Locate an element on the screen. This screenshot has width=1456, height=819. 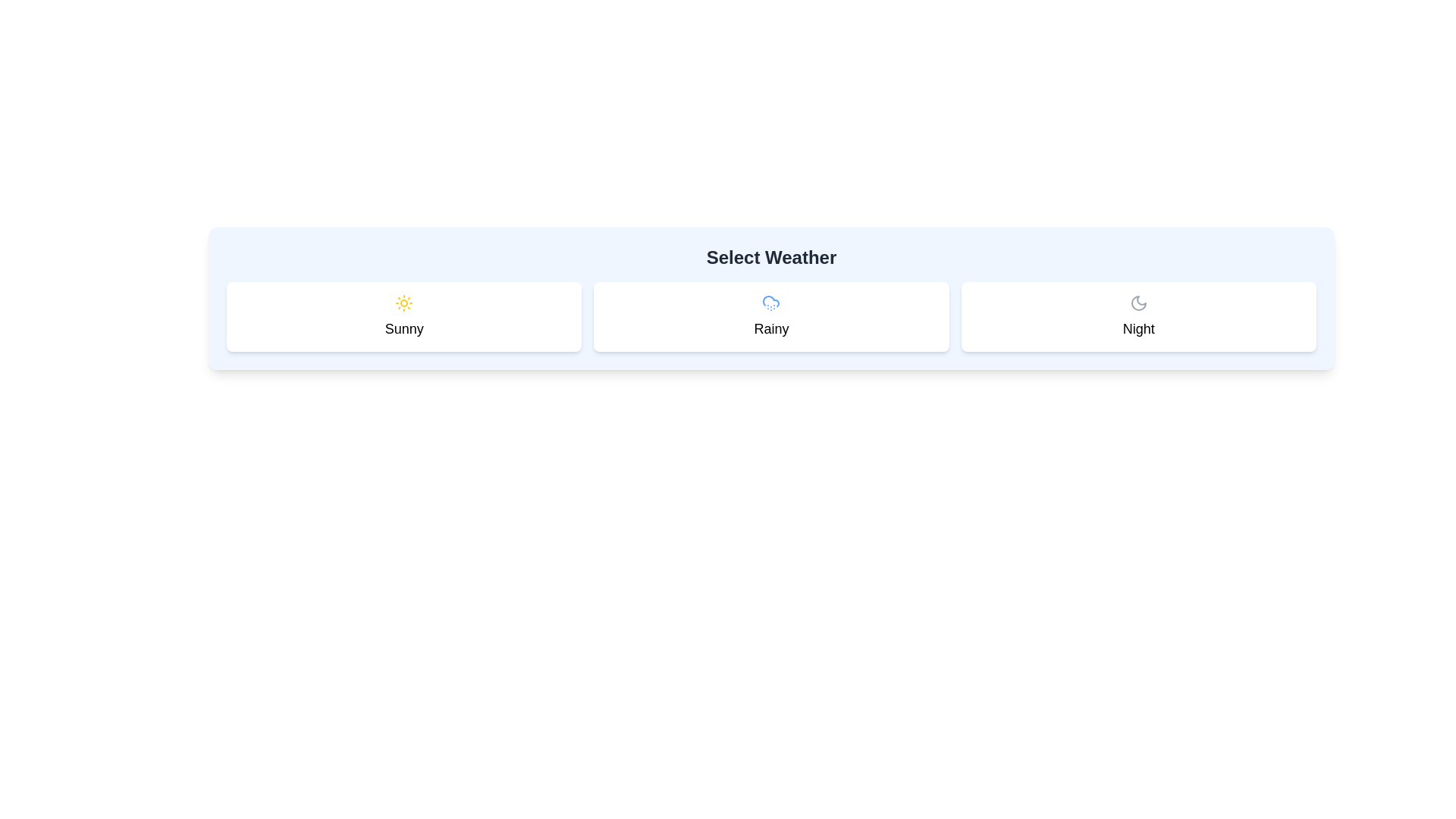
label 'Night' which visually identifies the 'Night' weather option located within the third weather card, positioned to the far right of a horizontal list of three cards is located at coordinates (1138, 328).